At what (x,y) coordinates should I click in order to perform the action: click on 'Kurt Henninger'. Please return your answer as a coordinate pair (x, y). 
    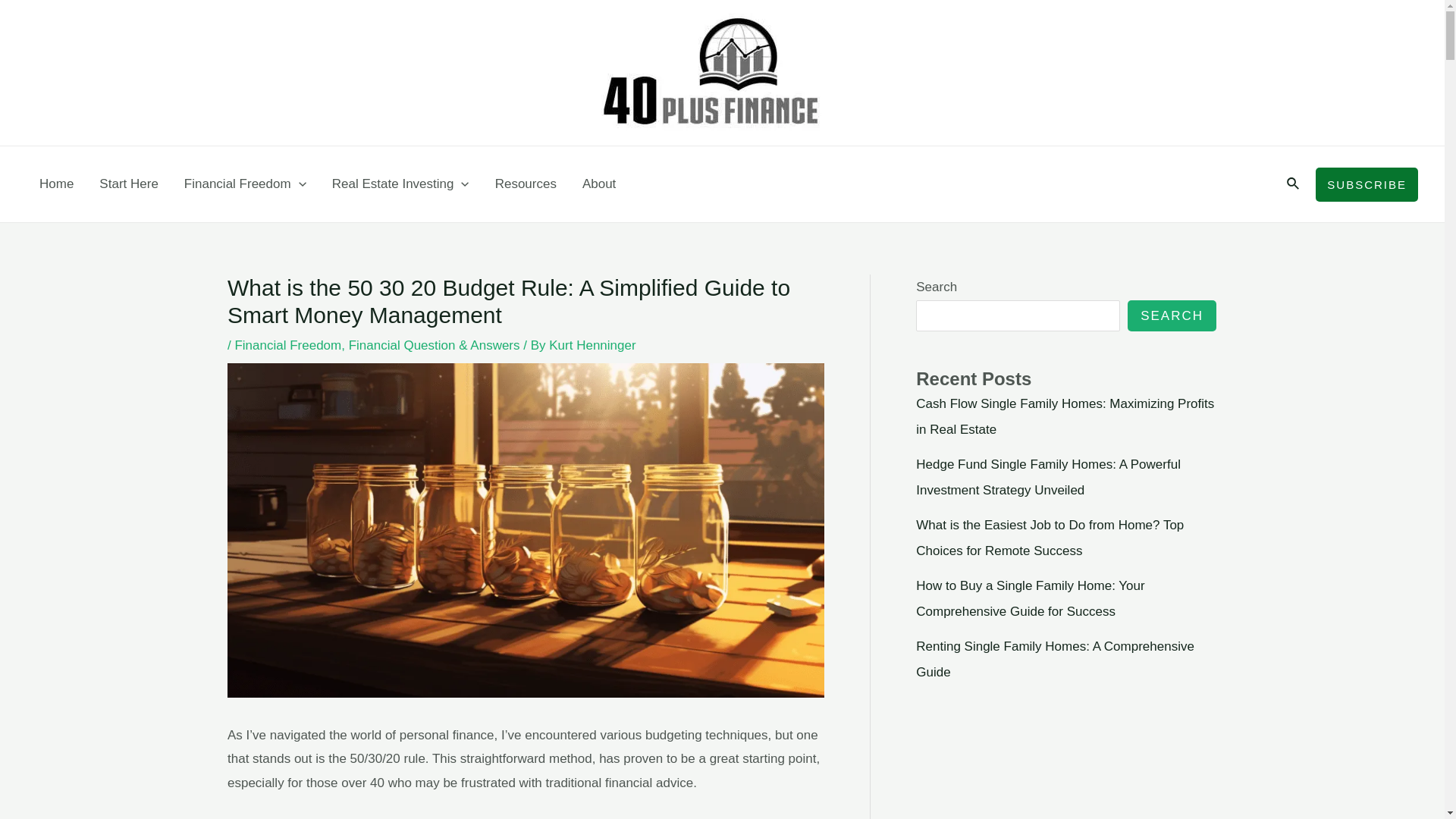
    Looking at the image, I should click on (591, 345).